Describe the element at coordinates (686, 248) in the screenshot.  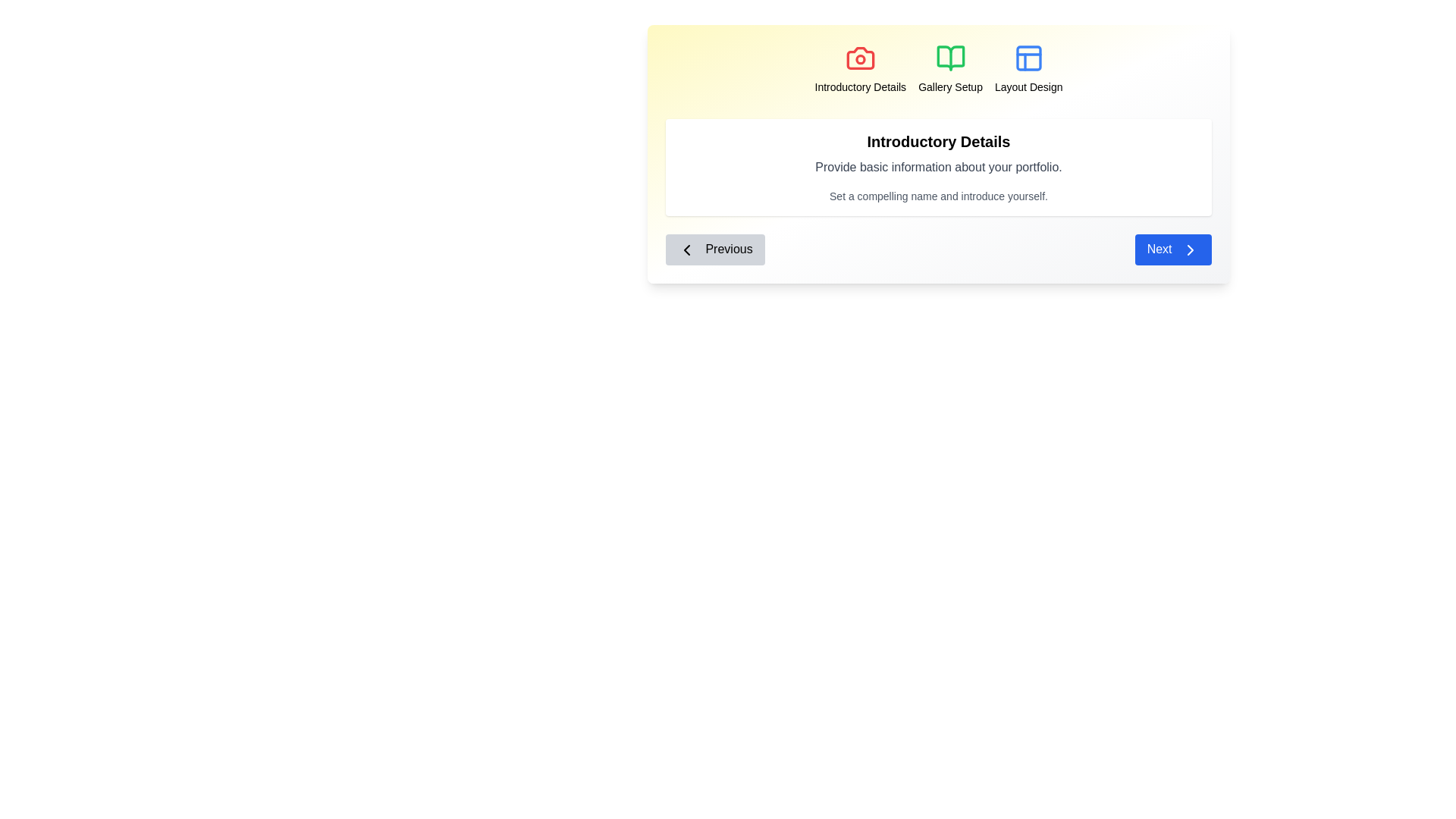
I see `the leftward-pointing chevron icon within the 'Previous' button located at the bottom left corner of the card interface` at that location.